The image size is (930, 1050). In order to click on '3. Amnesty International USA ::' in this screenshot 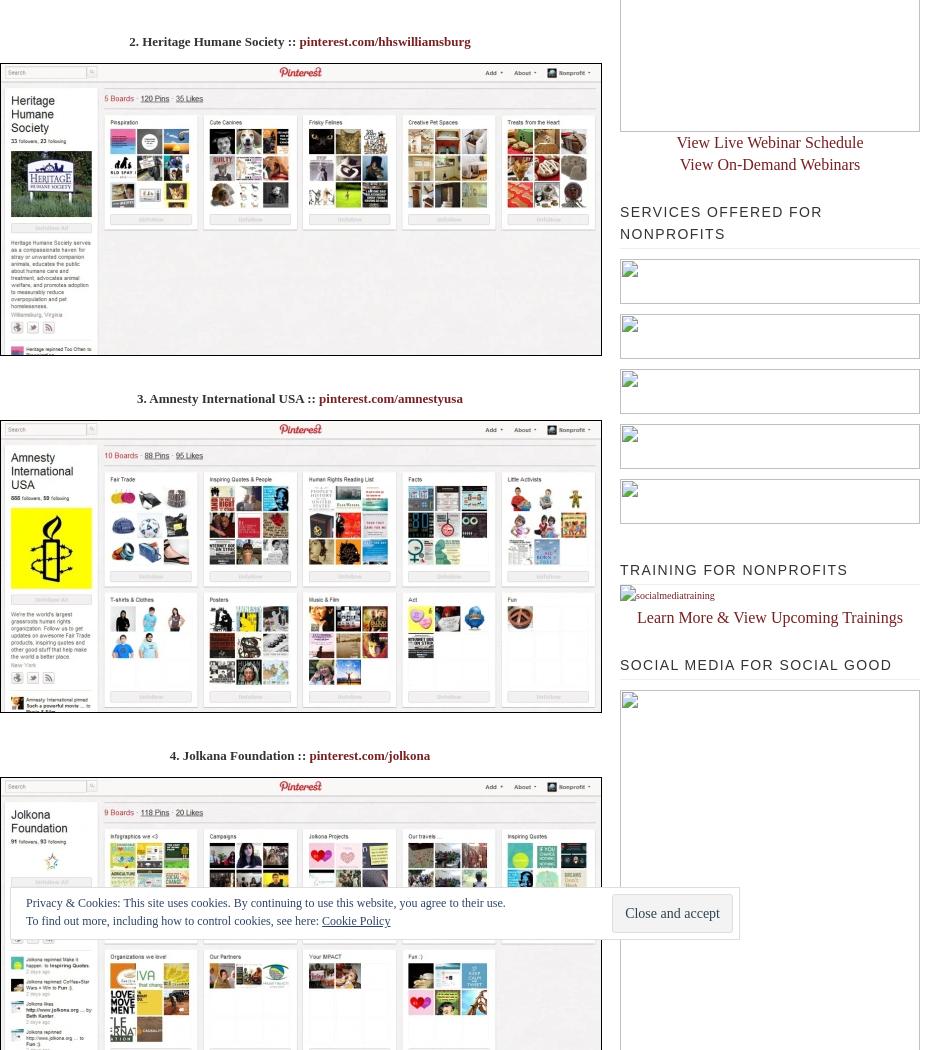, I will do `click(224, 397)`.